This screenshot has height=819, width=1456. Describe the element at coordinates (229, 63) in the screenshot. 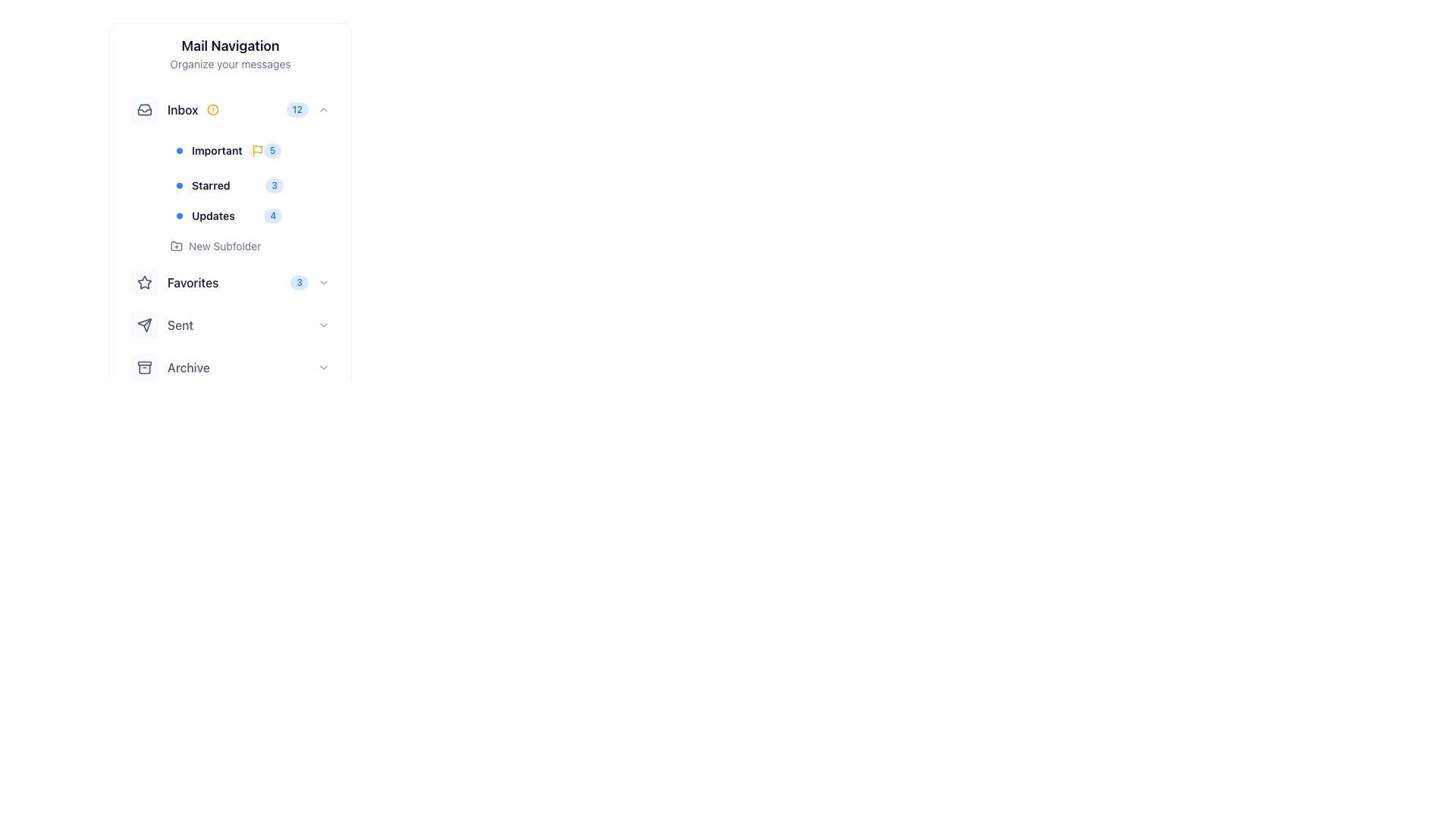

I see `the text label that says 'Organize your messages', which is styled in a smaller gray font and positioned below the 'Mail Navigation' title` at that location.